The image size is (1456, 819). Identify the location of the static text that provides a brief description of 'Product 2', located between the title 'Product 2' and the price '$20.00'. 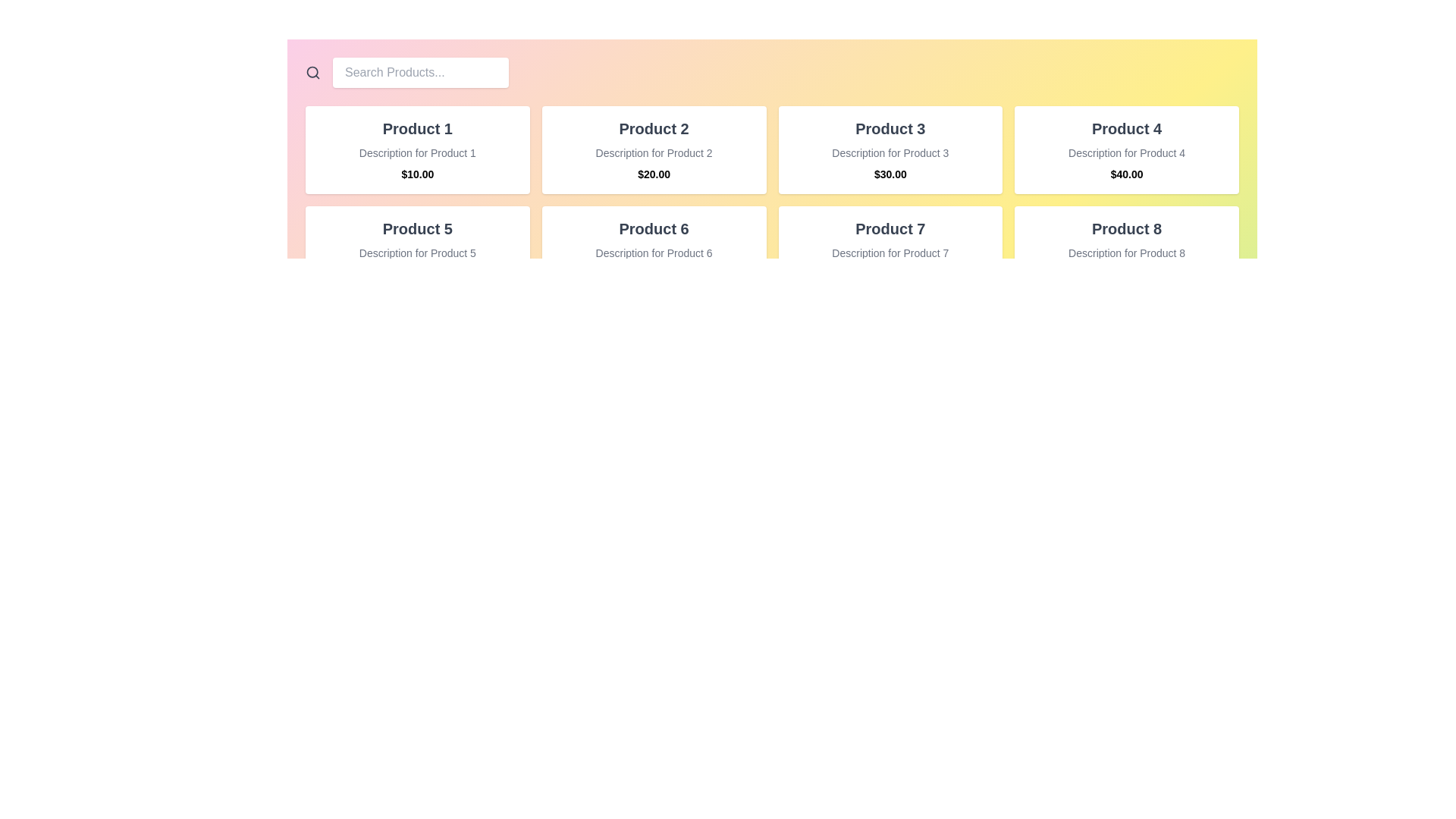
(654, 152).